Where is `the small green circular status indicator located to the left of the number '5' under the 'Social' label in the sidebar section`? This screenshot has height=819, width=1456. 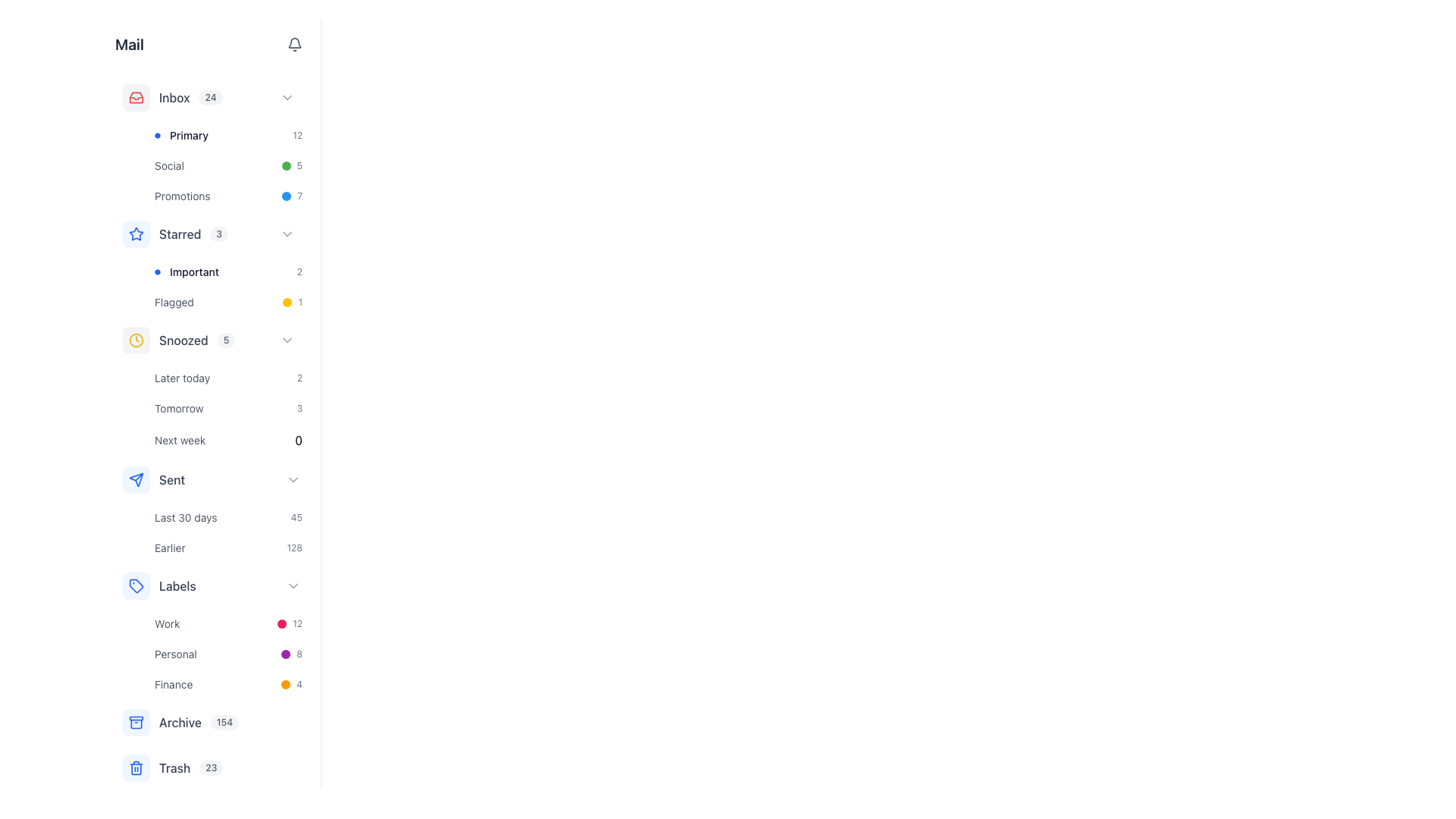 the small green circular status indicator located to the left of the number '5' under the 'Social' label in the sidebar section is located at coordinates (286, 166).